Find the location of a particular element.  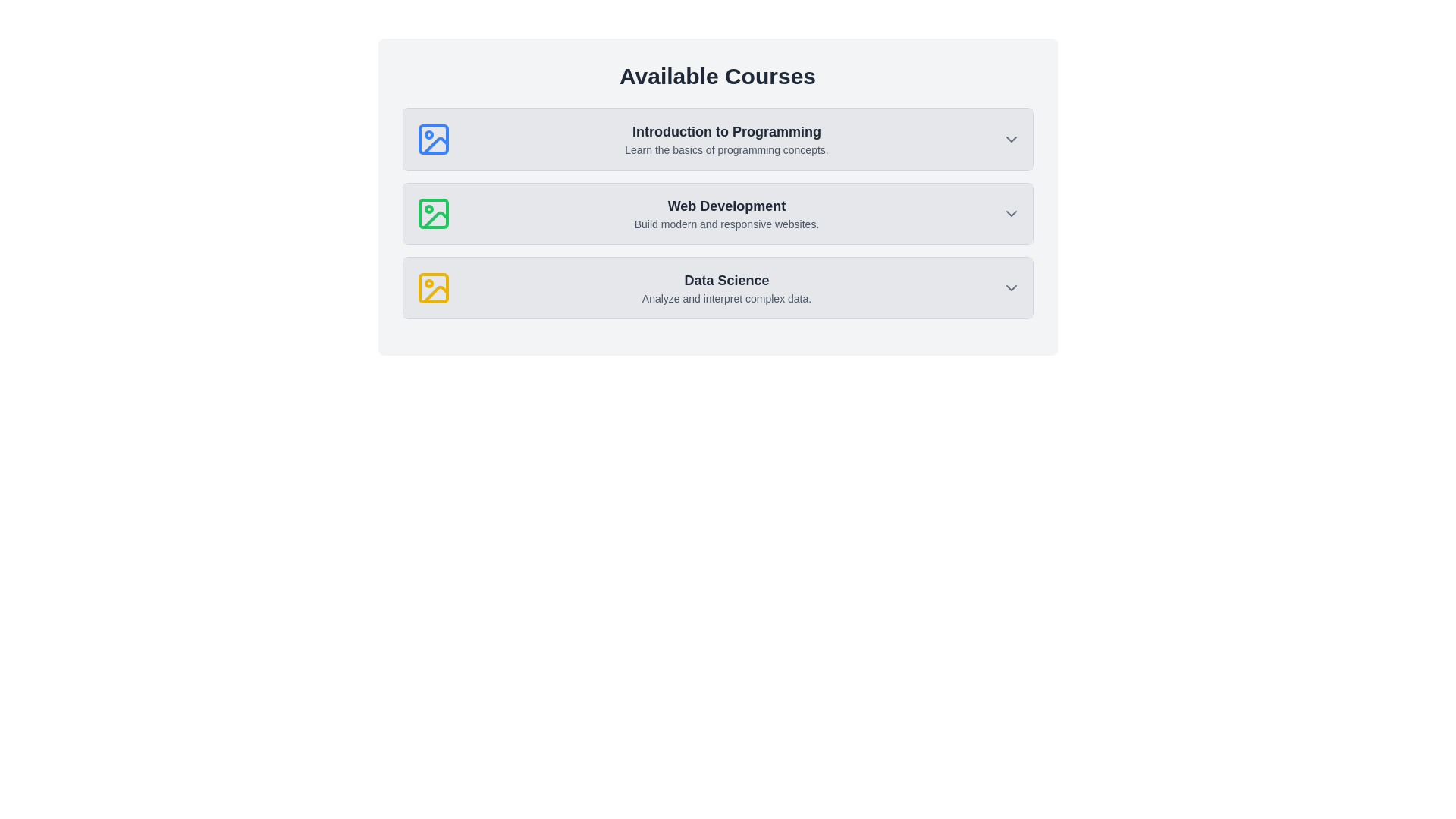

the green-bordered rectangular icon inside the 'Web Development' section, which is the second option in the vertical list of courses is located at coordinates (432, 213).